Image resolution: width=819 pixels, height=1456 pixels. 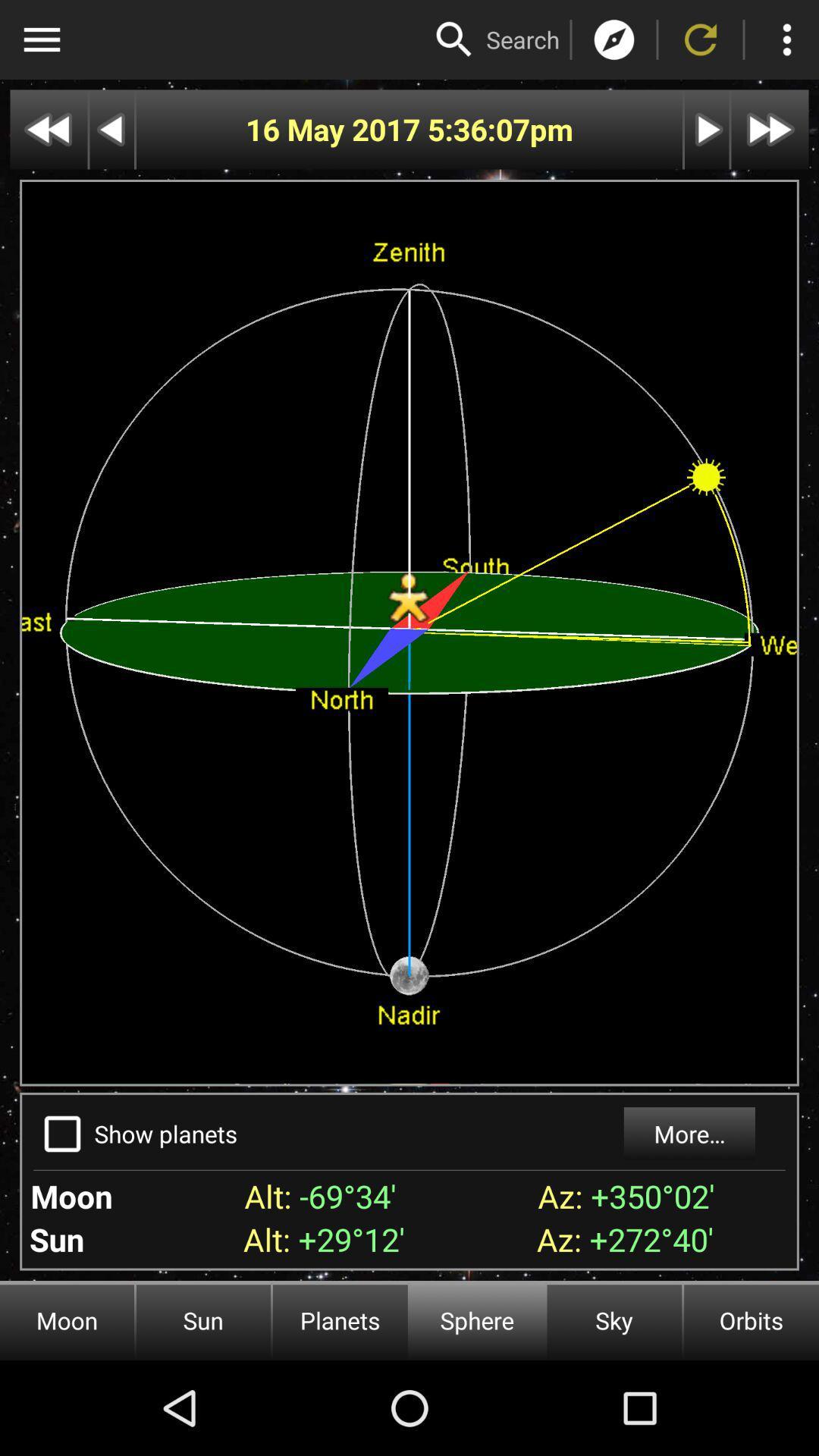 I want to click on refresh the page, so click(x=701, y=39).